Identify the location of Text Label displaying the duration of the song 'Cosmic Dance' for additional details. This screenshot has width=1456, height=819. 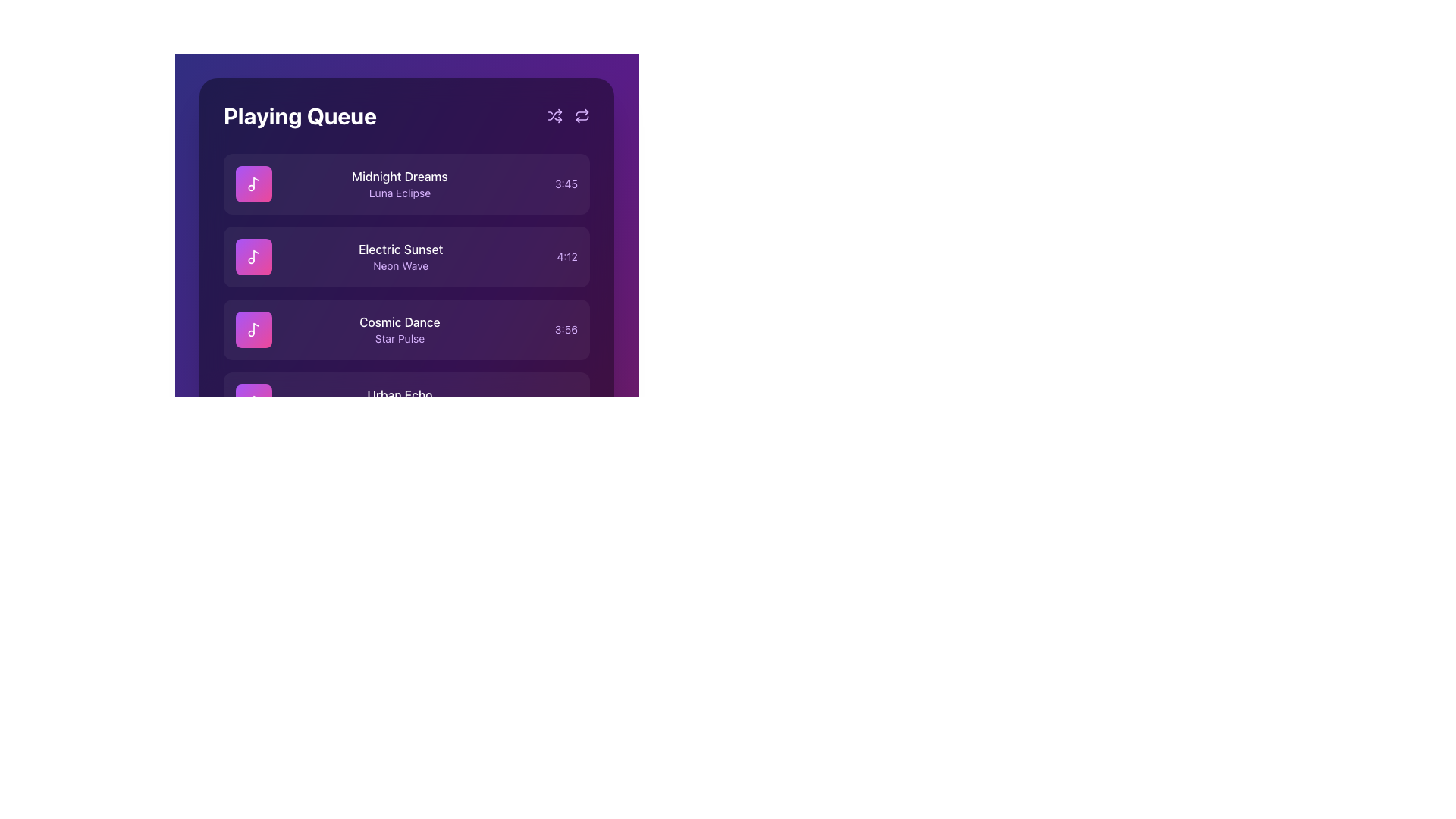
(552, 329).